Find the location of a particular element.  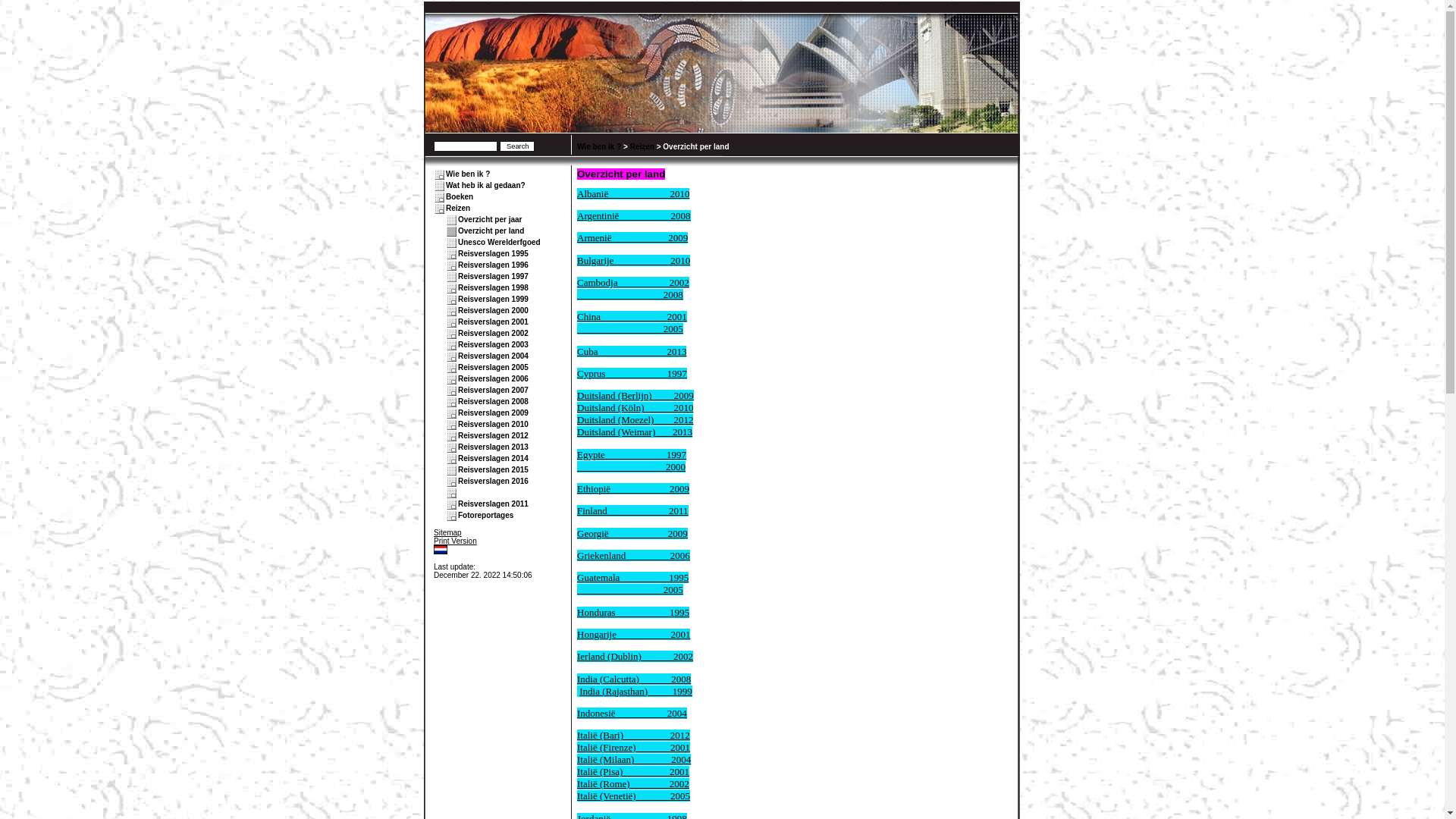

'Boeken' is located at coordinates (458, 196).